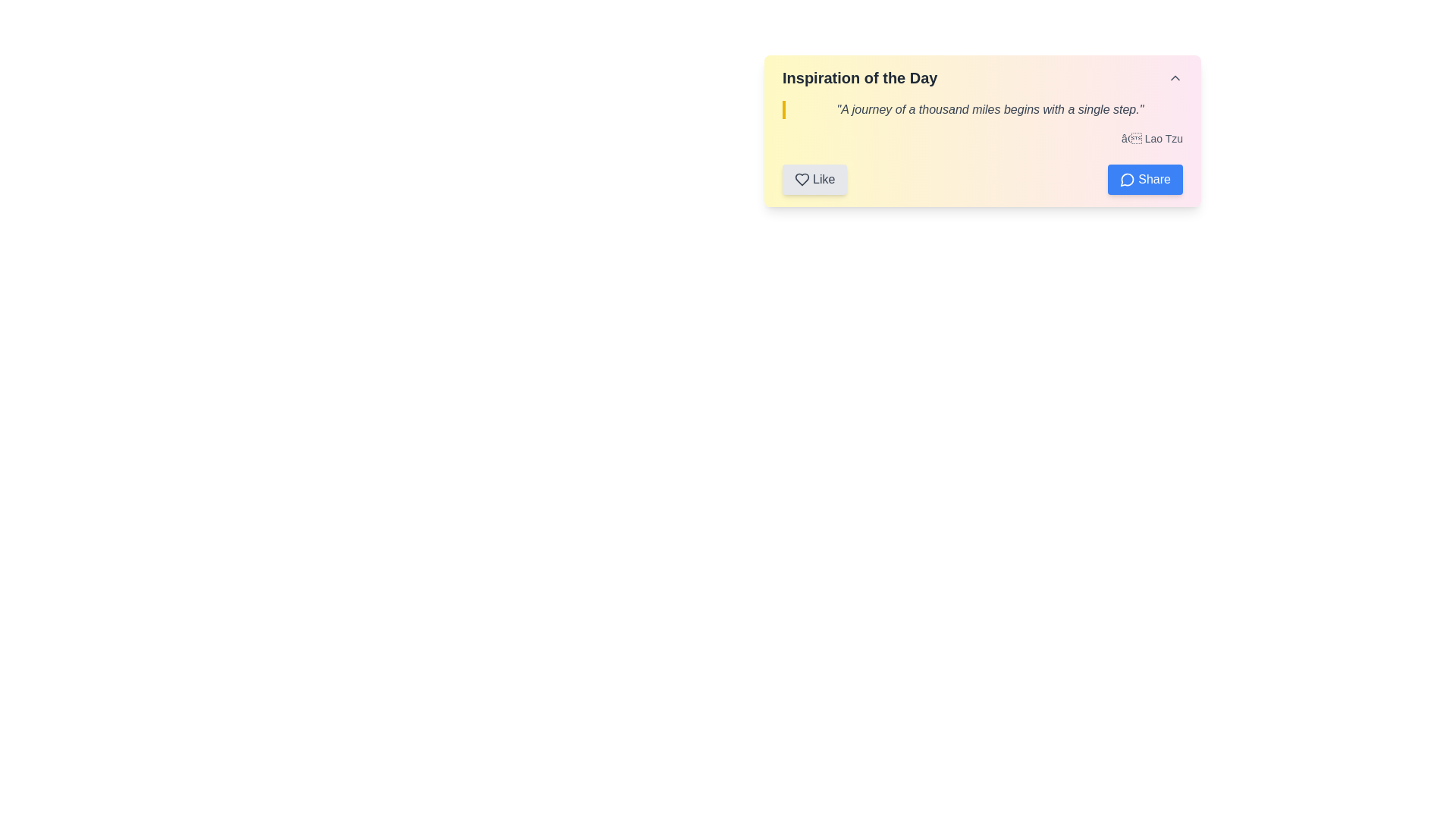 The width and height of the screenshot is (1456, 819). I want to click on the toggle button in the top-right corner of the 'Inspiration of the Day' bar, so click(1175, 78).